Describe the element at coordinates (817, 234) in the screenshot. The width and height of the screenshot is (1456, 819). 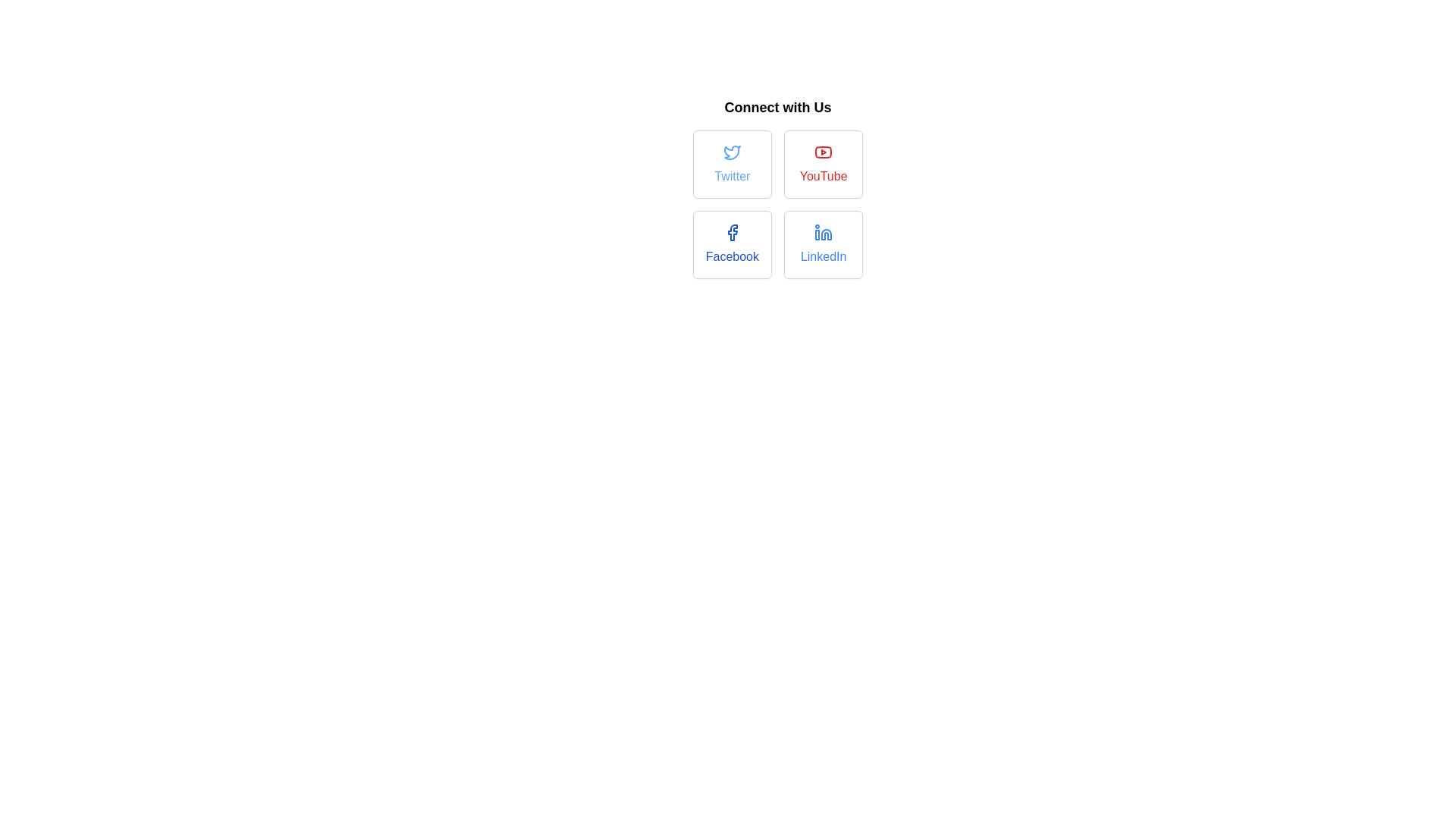
I see `the SVG graphic element representing a segment of the letter 'i' in the LinkedIn logo, located in the lower right corner of the grid of social media icons under 'Connect with Us'` at that location.